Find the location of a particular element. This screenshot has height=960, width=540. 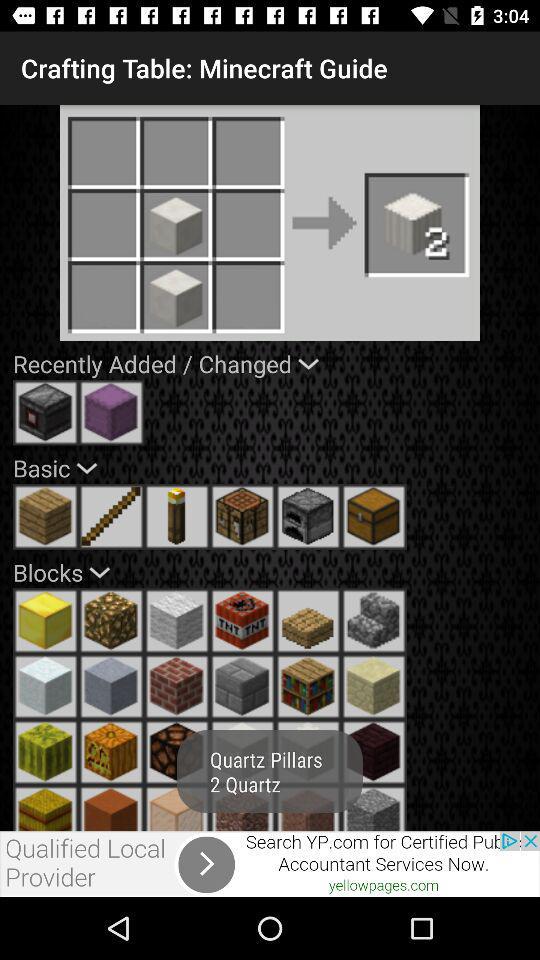

choose option is located at coordinates (374, 808).